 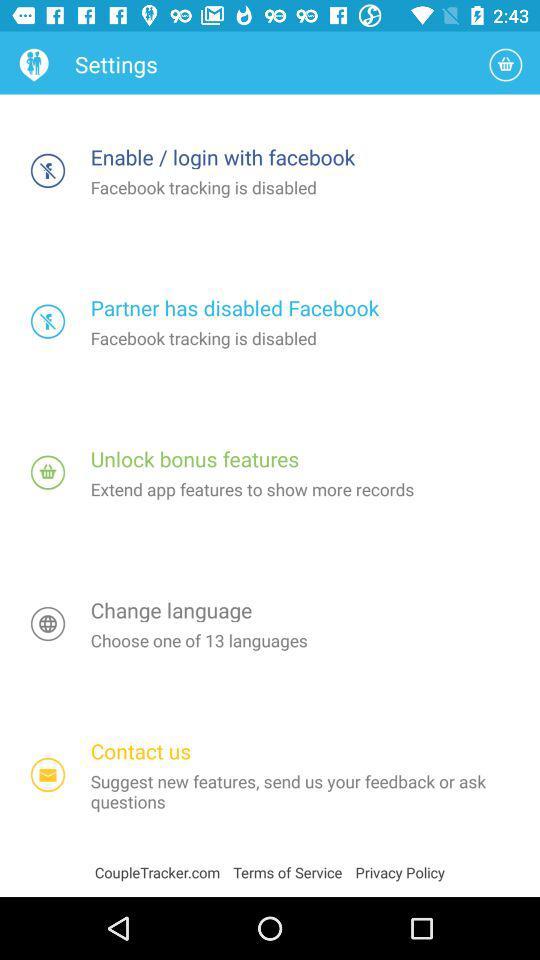 What do you see at coordinates (48, 472) in the screenshot?
I see `icon selection` at bounding box center [48, 472].